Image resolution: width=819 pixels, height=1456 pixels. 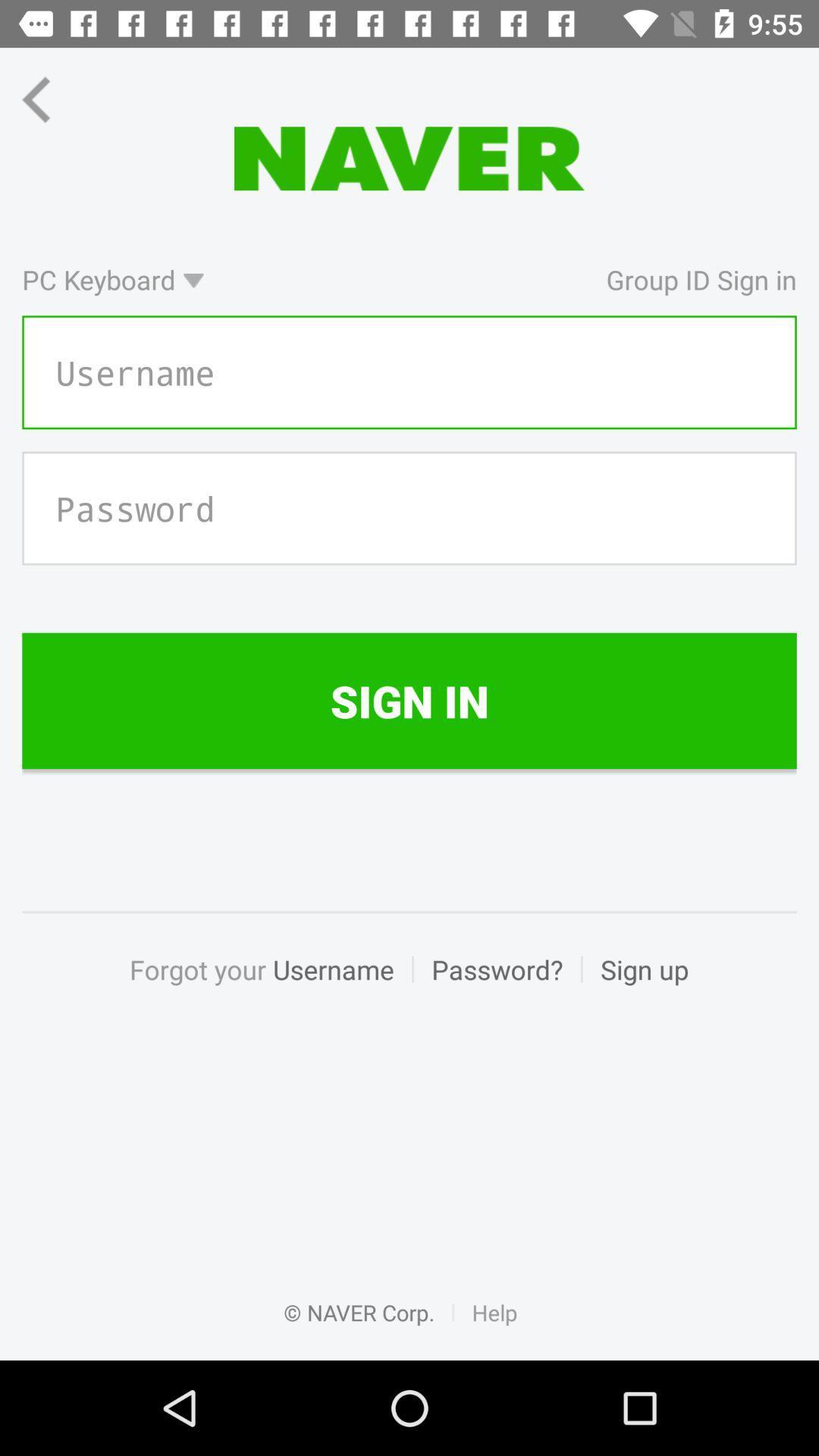 What do you see at coordinates (409, 508) in the screenshot?
I see `password` at bounding box center [409, 508].